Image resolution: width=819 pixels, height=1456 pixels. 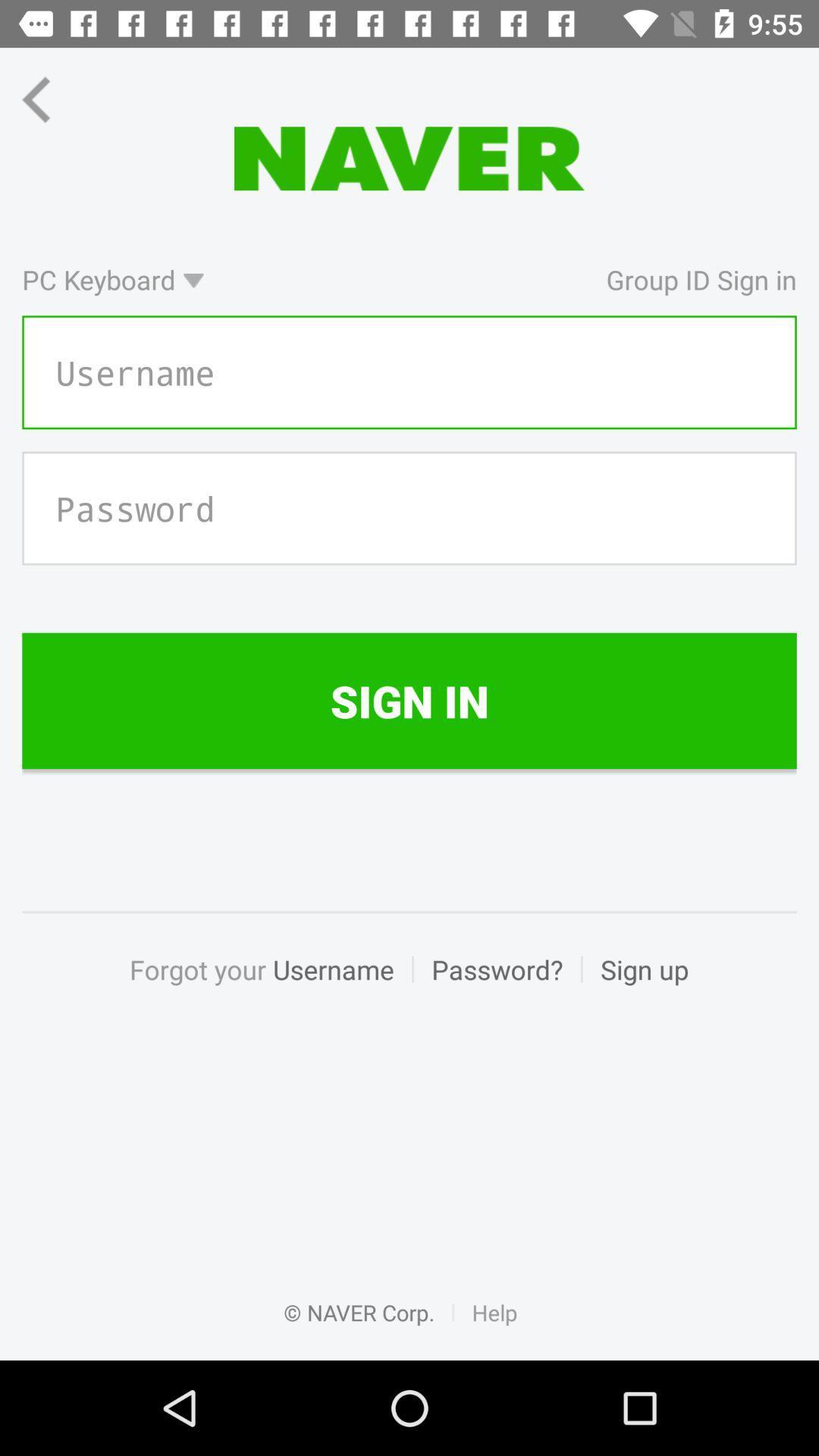 What do you see at coordinates (409, 508) in the screenshot?
I see `password` at bounding box center [409, 508].